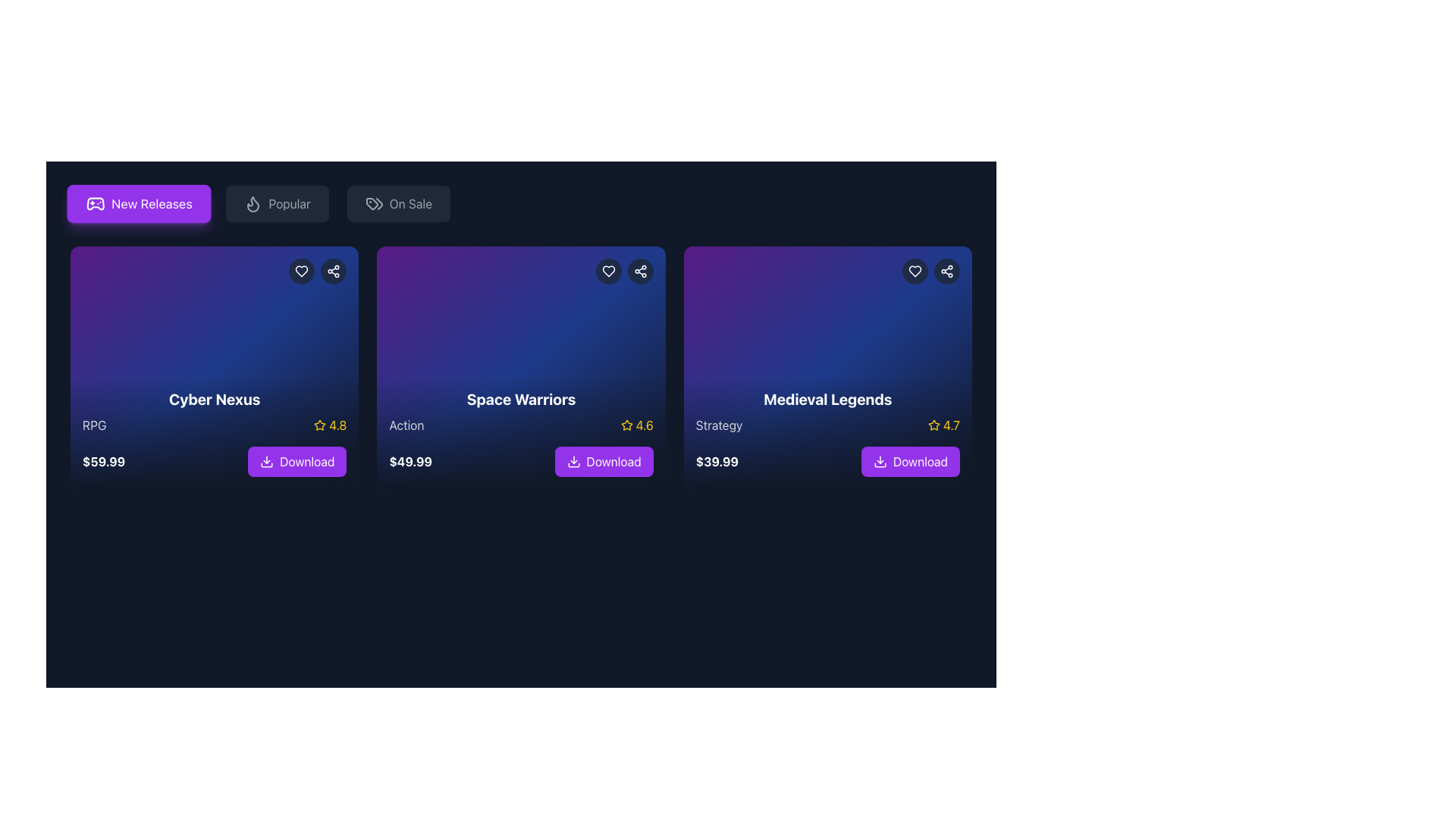 The height and width of the screenshot is (819, 1456). I want to click on the 'Download' button for 'Medieval Legends' to observe the hover feedback, so click(910, 461).